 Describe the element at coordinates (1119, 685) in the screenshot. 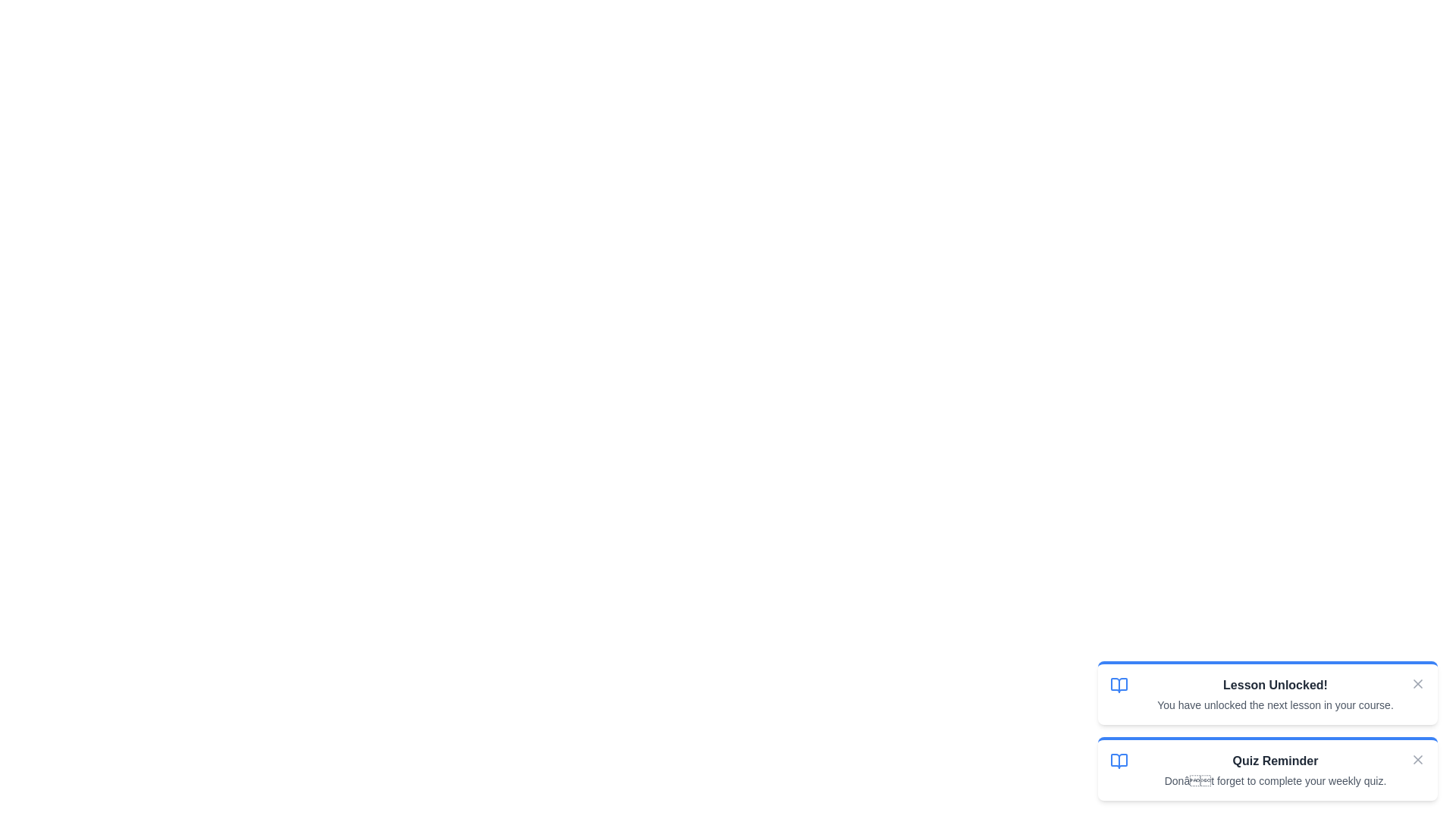

I see `book icon to focus on the notification content for 1` at that location.